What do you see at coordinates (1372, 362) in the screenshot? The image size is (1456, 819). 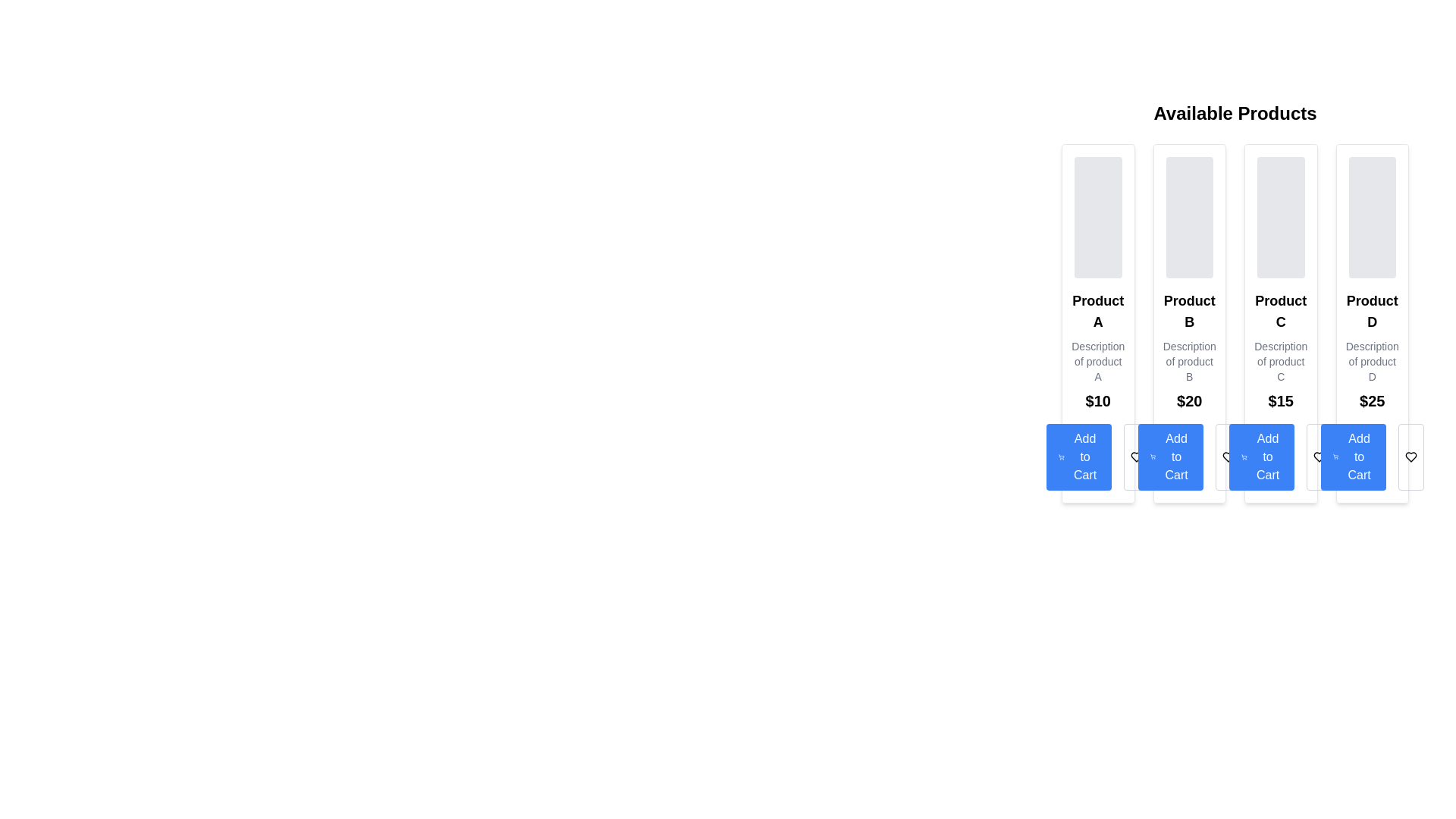 I see `the text label that provides a short description of 'Product D', located under the heading 'Product D' and above the price information` at bounding box center [1372, 362].